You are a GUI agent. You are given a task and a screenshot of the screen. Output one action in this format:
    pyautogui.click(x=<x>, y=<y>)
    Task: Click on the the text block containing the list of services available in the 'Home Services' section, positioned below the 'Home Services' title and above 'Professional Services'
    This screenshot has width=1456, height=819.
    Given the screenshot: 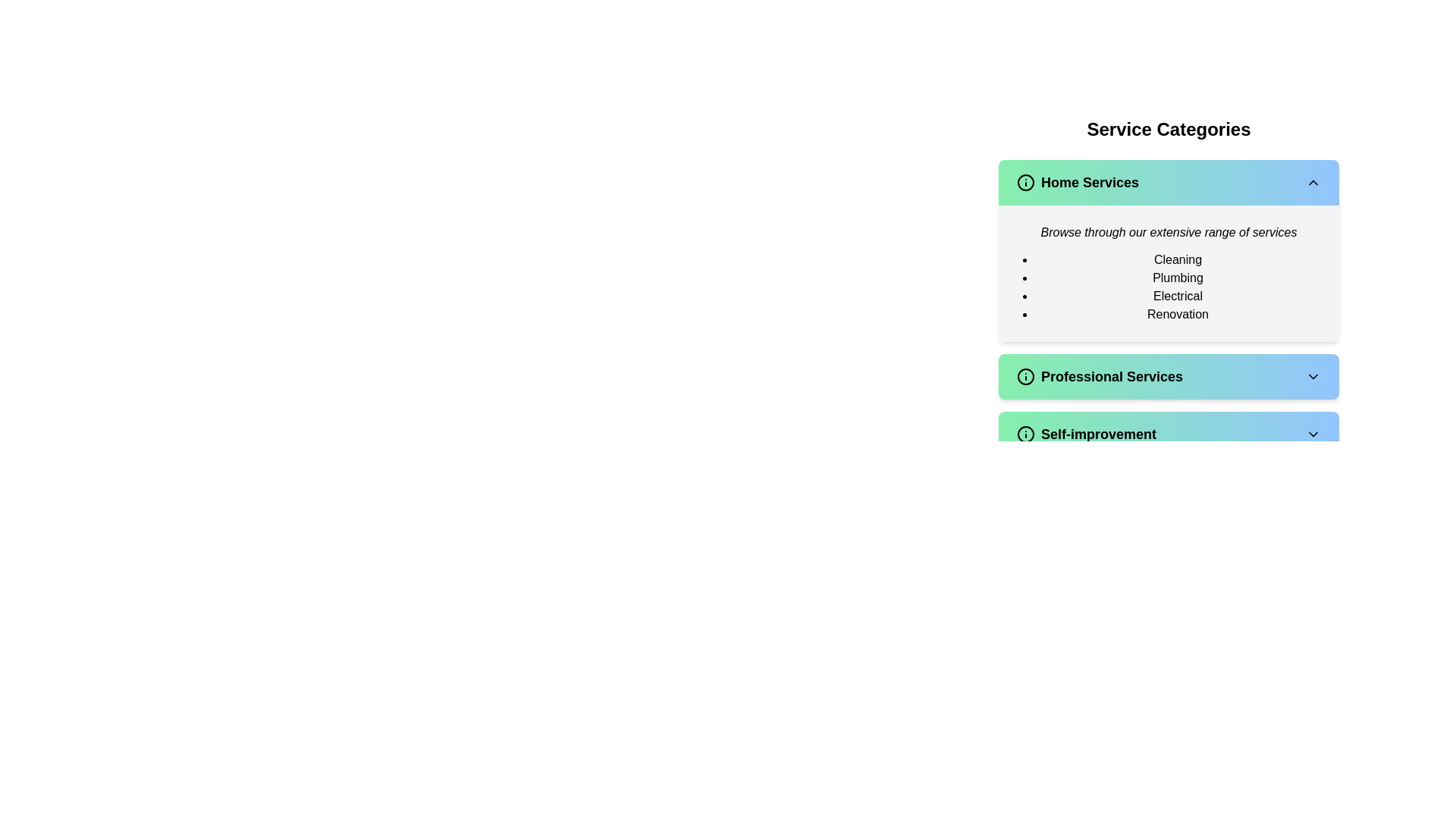 What is the action you would take?
    pyautogui.click(x=1168, y=274)
    